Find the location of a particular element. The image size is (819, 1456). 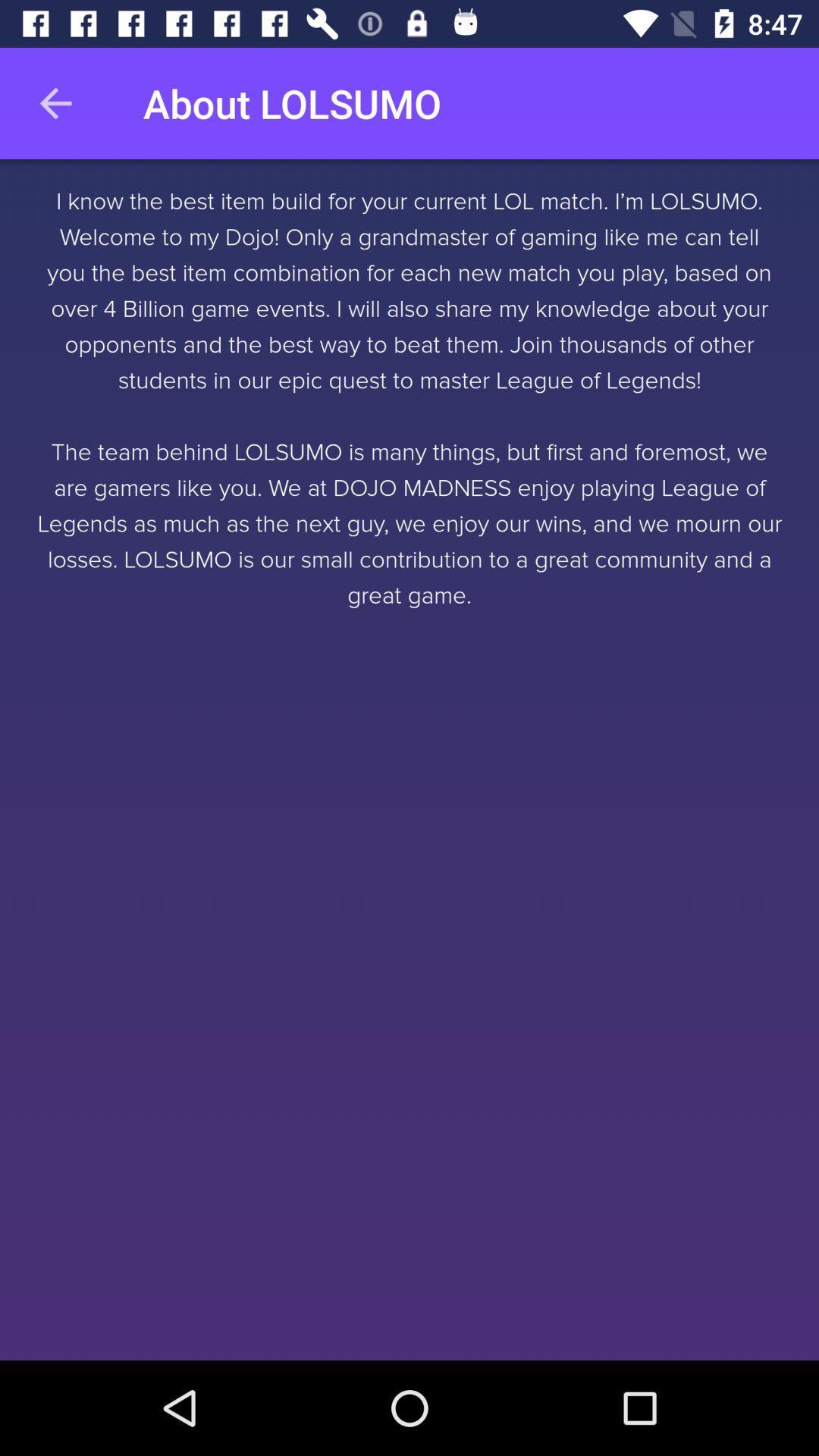

item next to about lolsumo icon is located at coordinates (55, 102).